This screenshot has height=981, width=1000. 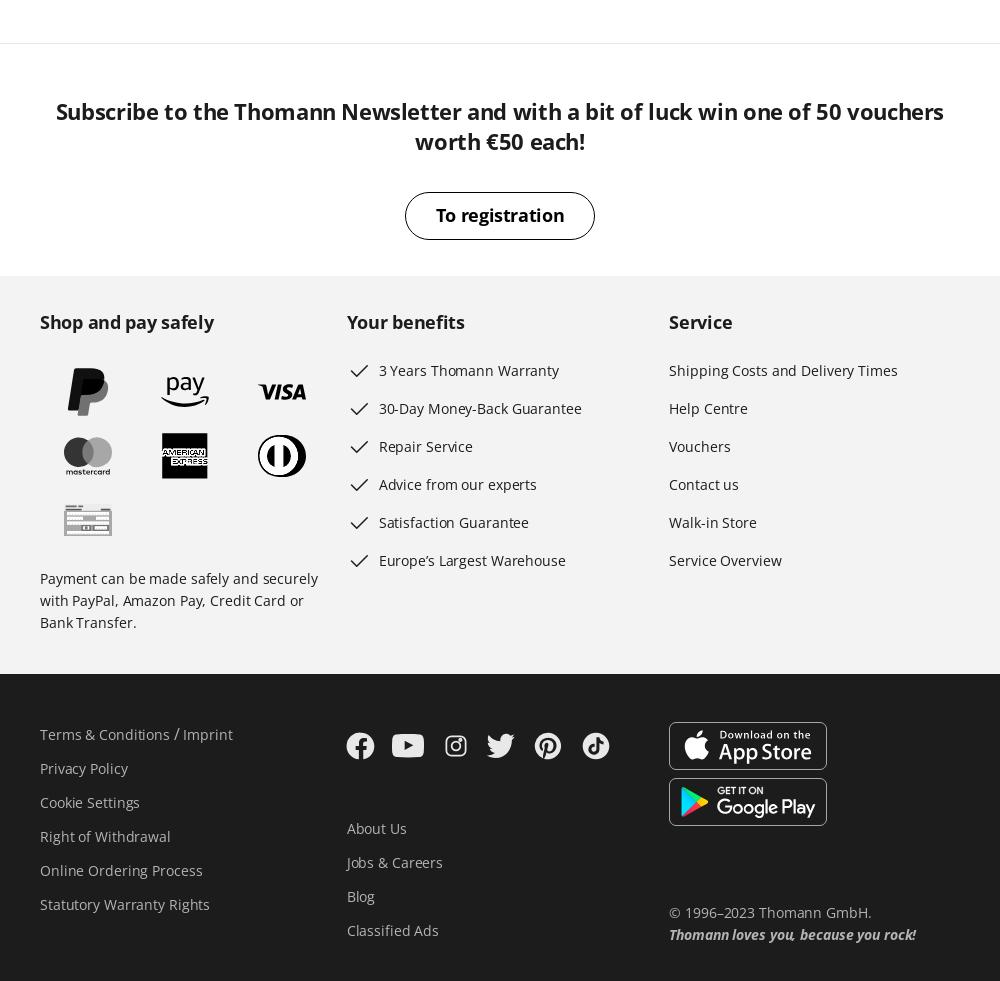 I want to click on 'Shop and pay safely', so click(x=126, y=320).